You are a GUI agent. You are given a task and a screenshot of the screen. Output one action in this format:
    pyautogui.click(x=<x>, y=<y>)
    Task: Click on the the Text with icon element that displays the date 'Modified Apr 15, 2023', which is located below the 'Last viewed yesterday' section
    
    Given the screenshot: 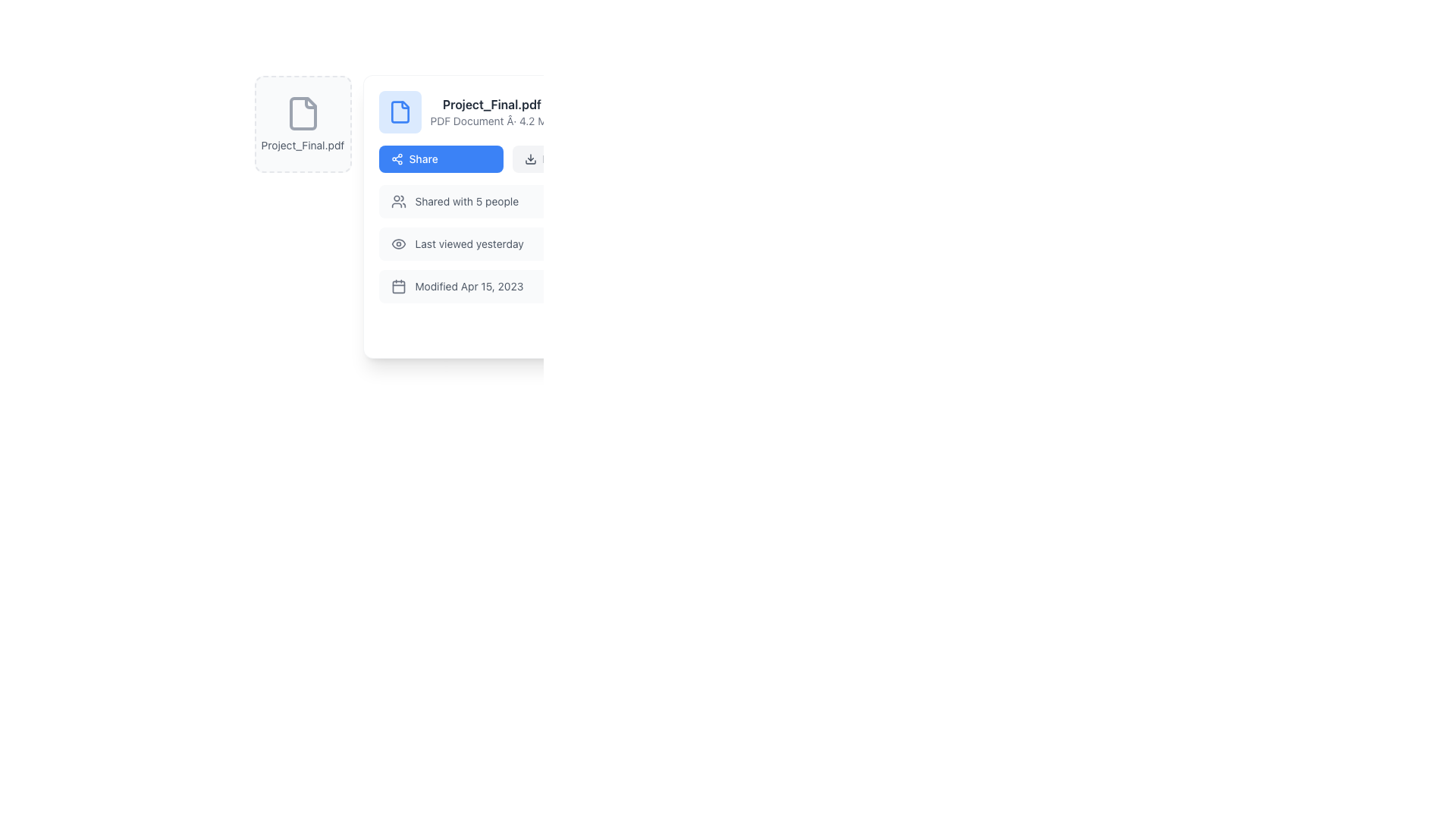 What is the action you would take?
    pyautogui.click(x=507, y=287)
    